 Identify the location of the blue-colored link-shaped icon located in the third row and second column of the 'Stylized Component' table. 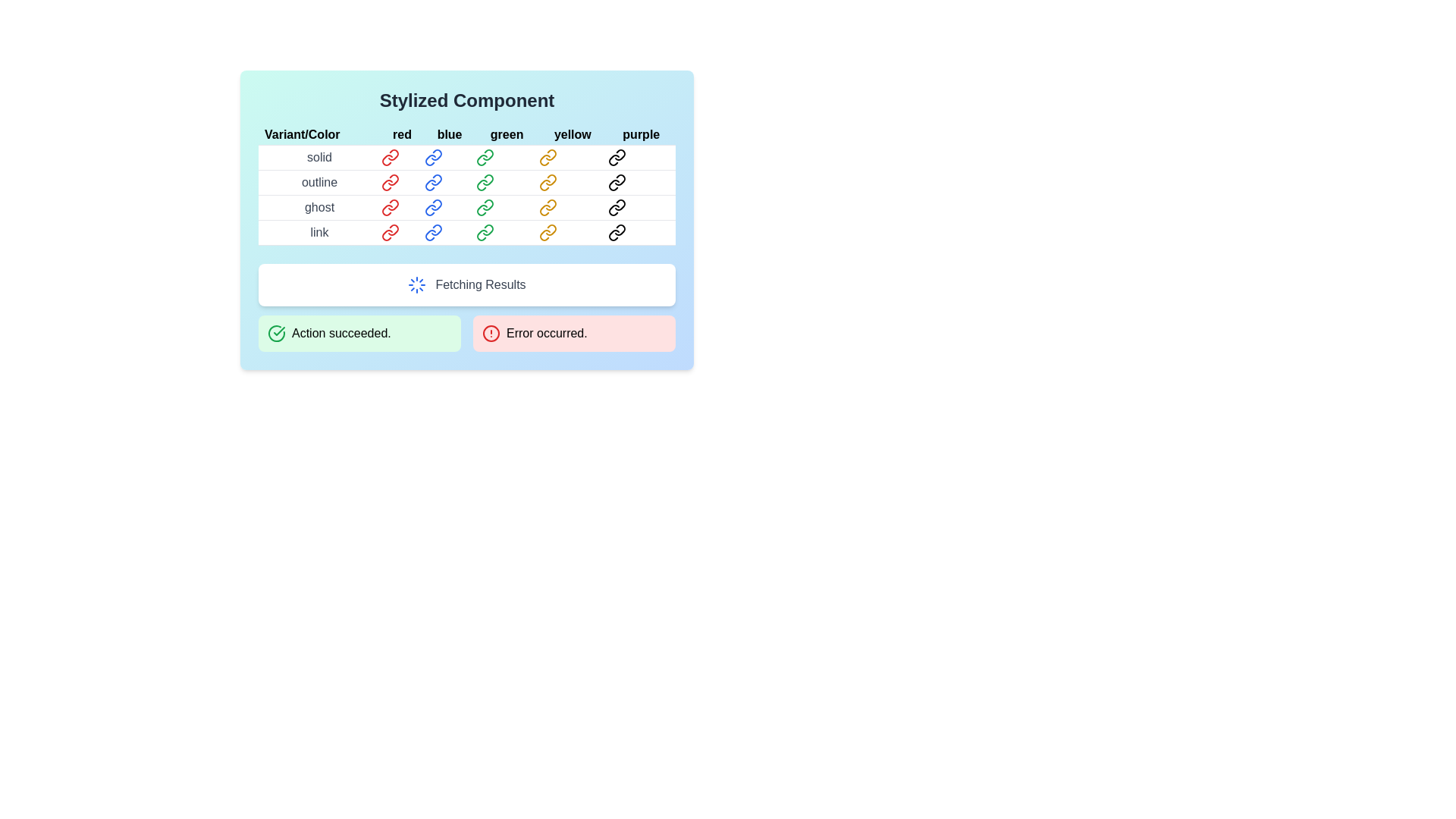
(432, 207).